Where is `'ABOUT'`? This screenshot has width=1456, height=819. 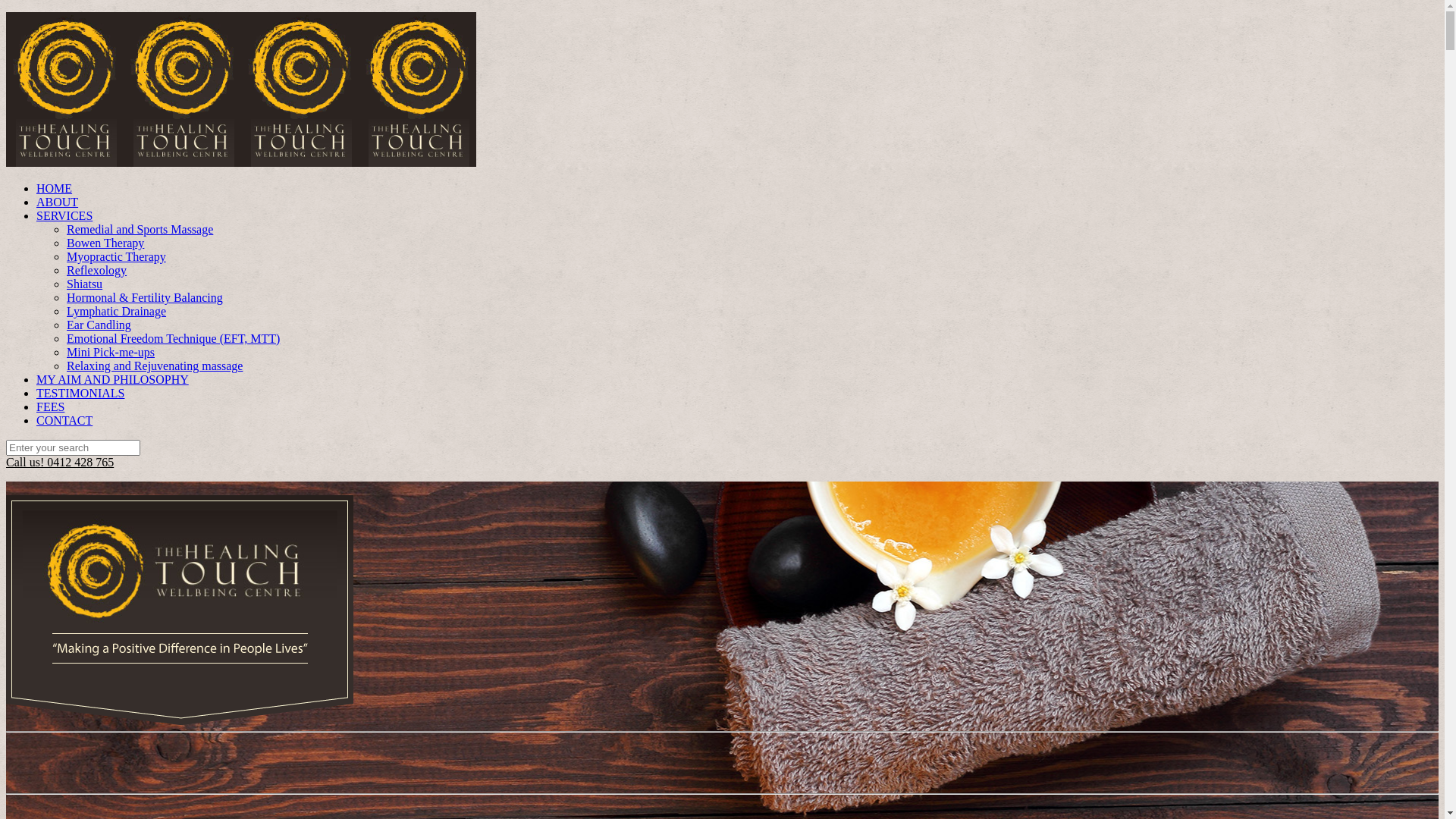
'ABOUT' is located at coordinates (36, 201).